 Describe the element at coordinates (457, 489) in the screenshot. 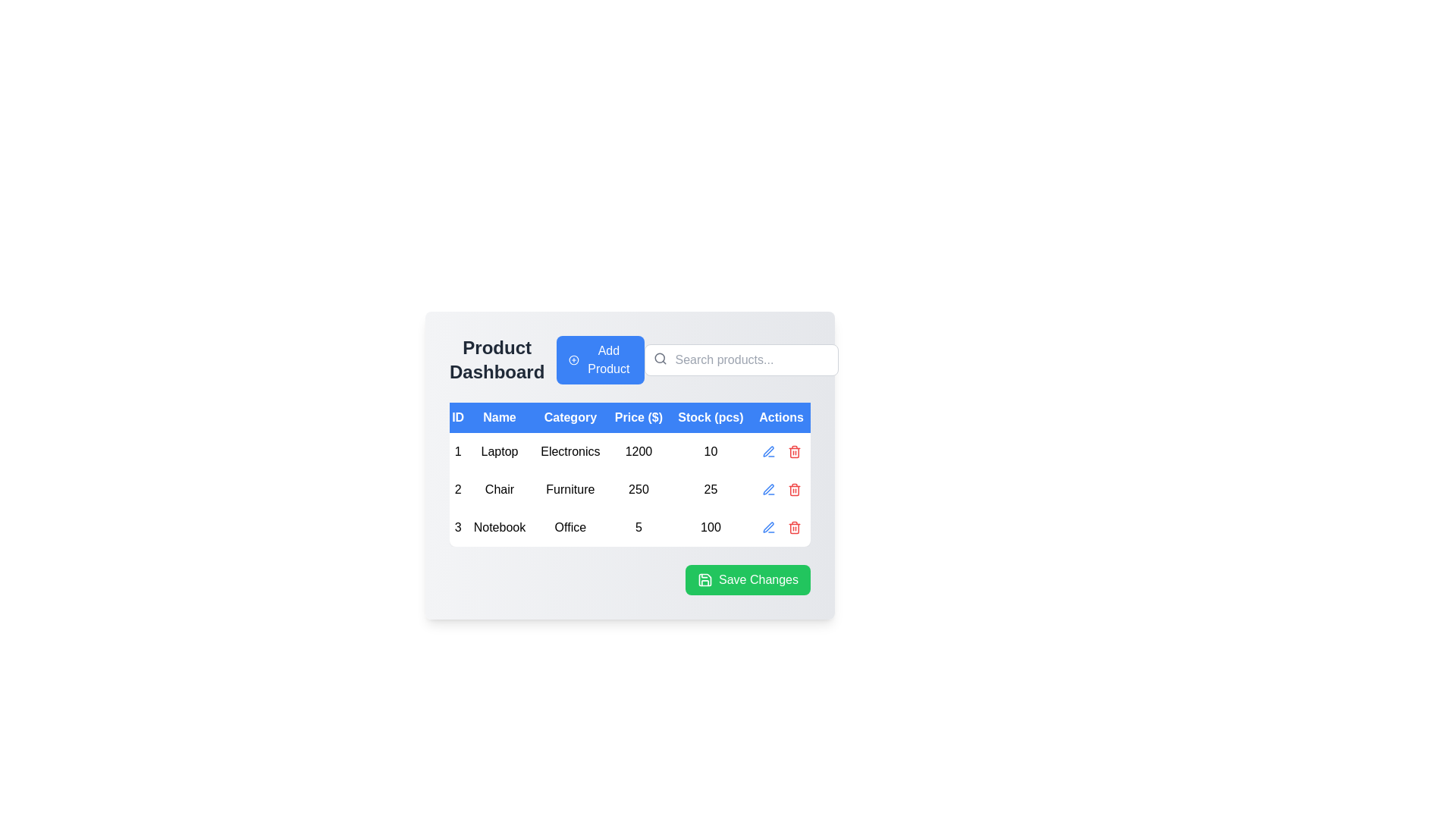

I see `the text display that serves as the unique identifier within the ID column for a product entry in the data table` at that location.